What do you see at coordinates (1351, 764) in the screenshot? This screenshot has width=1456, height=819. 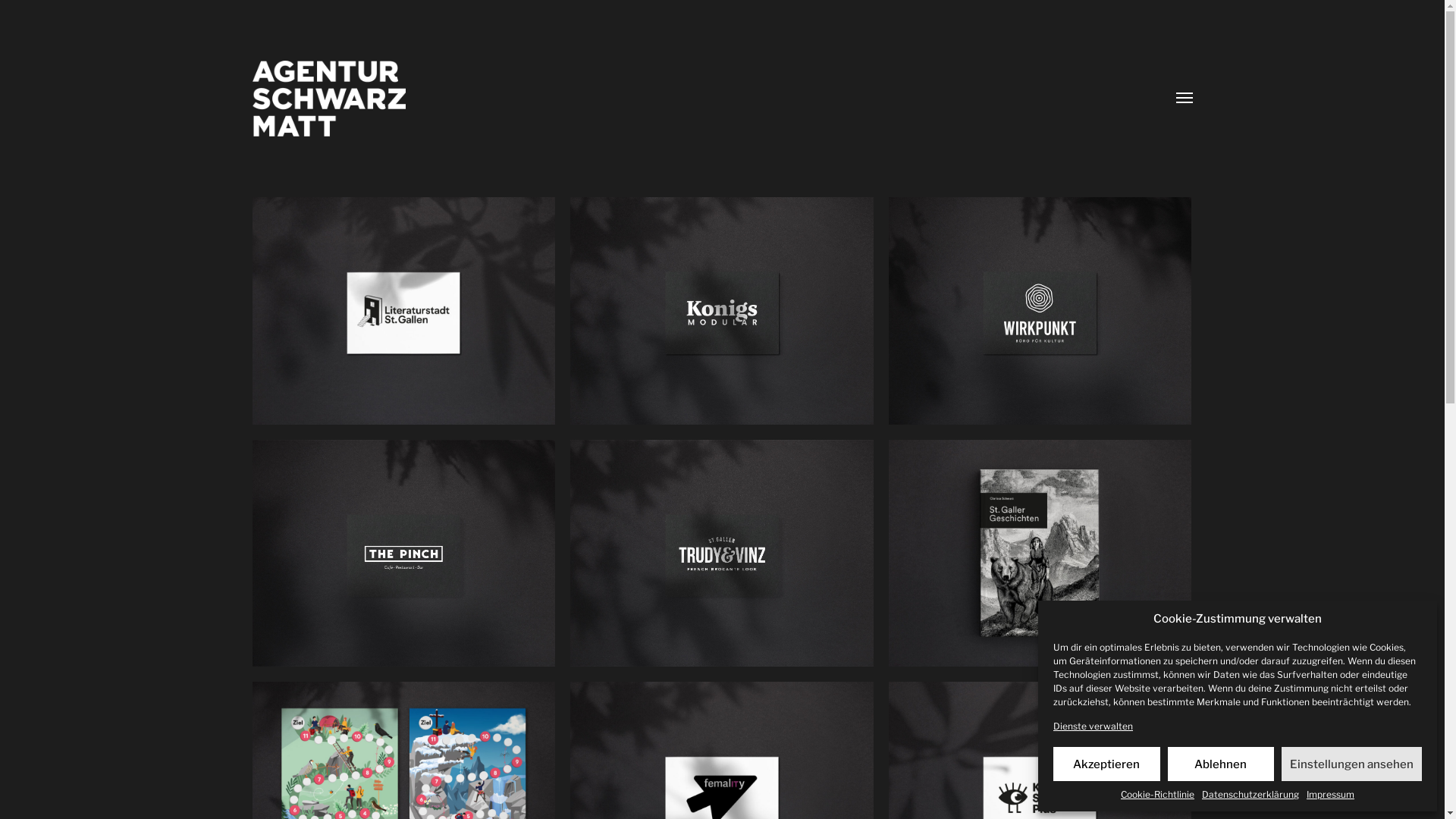 I see `'Einstellungen ansehen'` at bounding box center [1351, 764].